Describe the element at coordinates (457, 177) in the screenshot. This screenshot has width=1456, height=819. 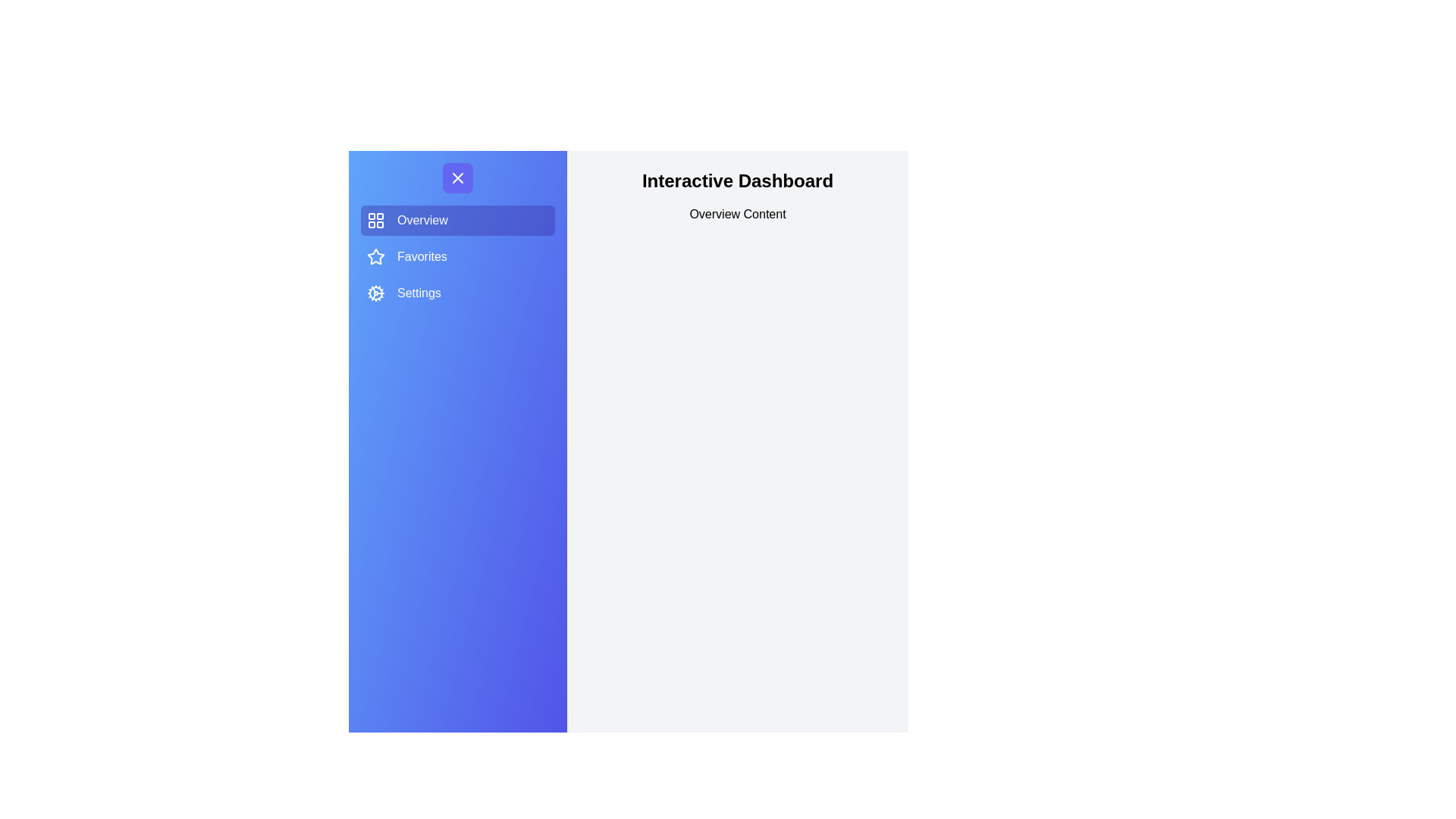
I see `button at the top of the drawer to toggle its state` at that location.